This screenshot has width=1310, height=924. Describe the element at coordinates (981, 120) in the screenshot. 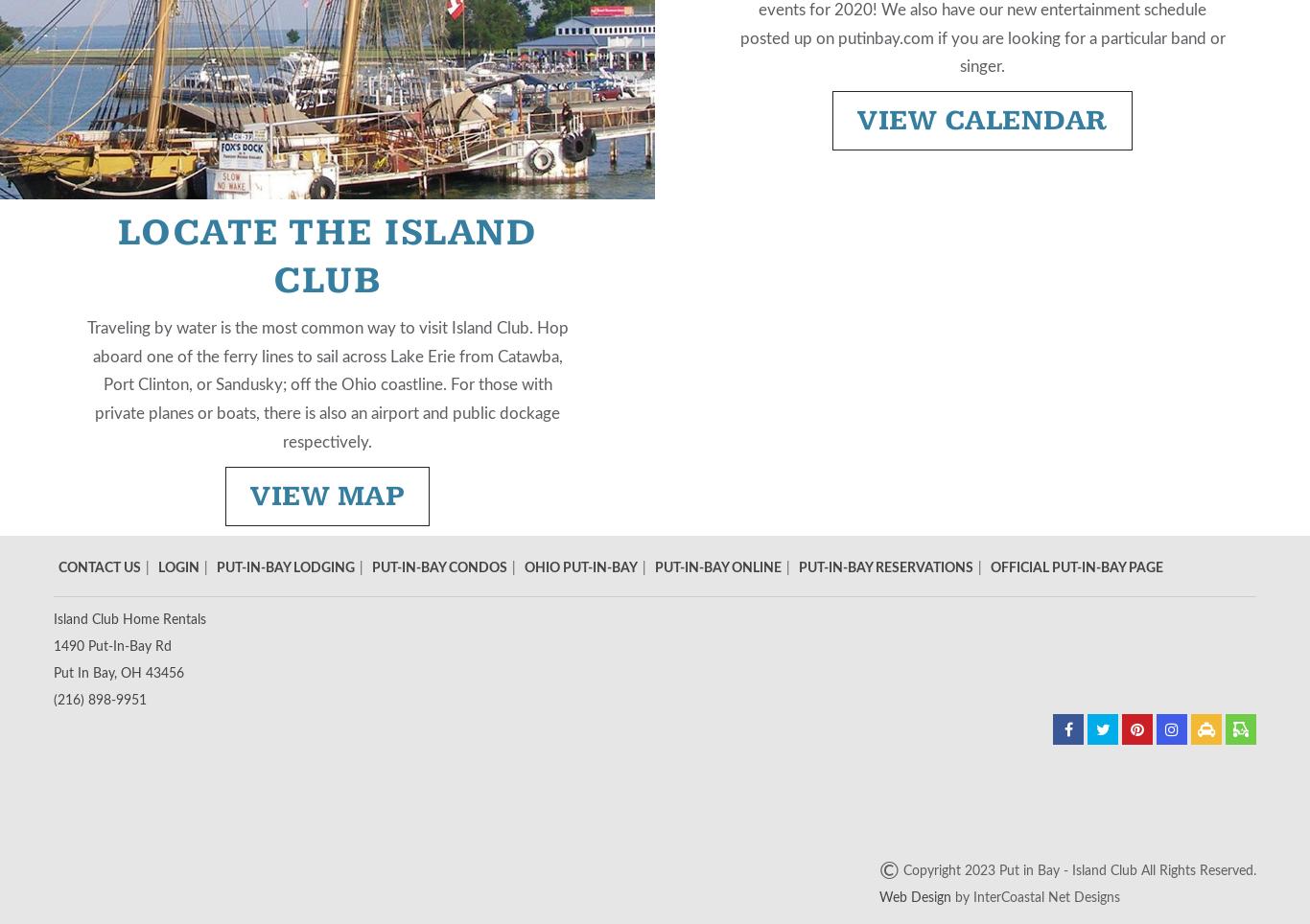

I see `'View Calendar'` at that location.